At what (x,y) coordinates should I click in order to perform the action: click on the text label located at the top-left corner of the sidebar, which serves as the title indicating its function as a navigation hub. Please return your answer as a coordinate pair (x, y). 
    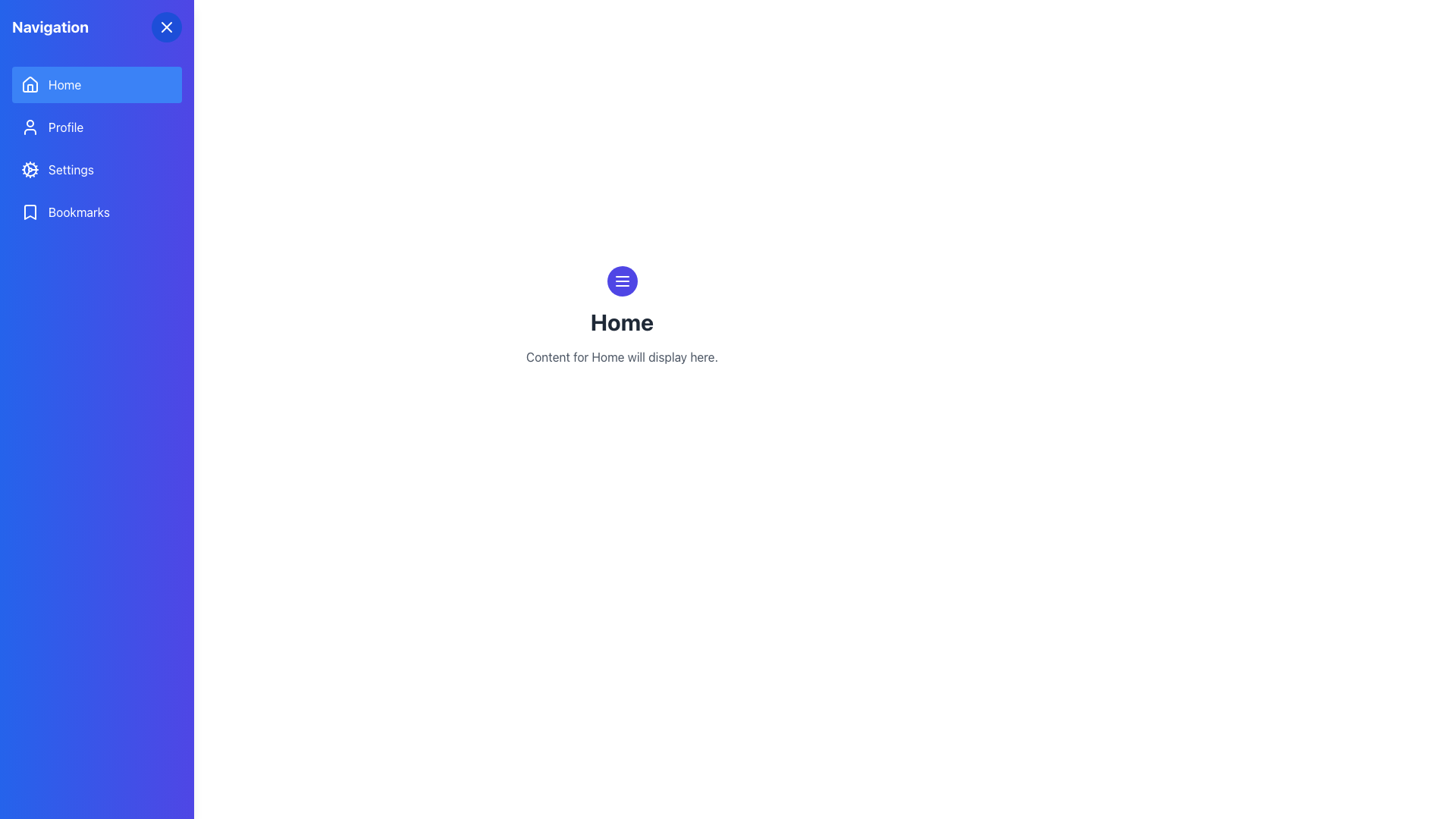
    Looking at the image, I should click on (50, 27).